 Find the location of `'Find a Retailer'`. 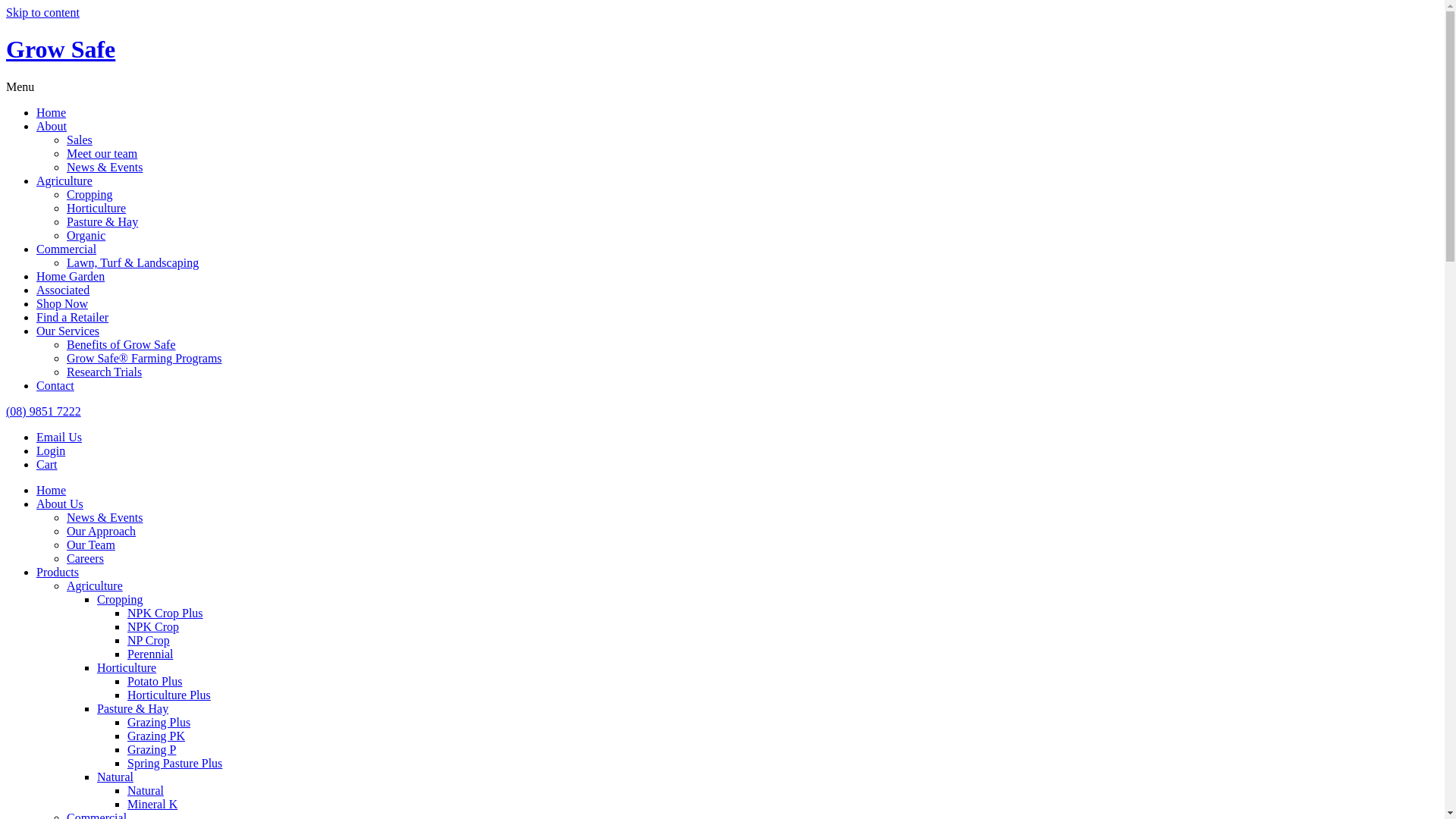

'Find a Retailer' is located at coordinates (71, 316).